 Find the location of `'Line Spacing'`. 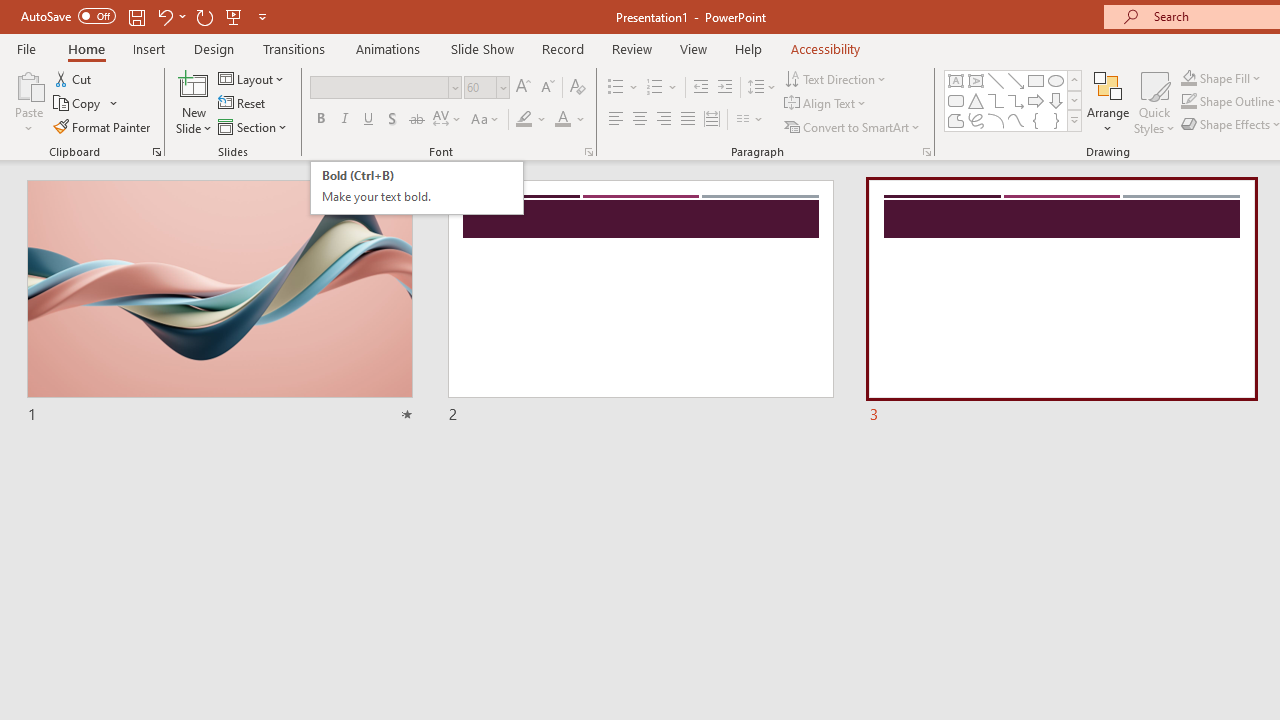

'Line Spacing' is located at coordinates (761, 86).